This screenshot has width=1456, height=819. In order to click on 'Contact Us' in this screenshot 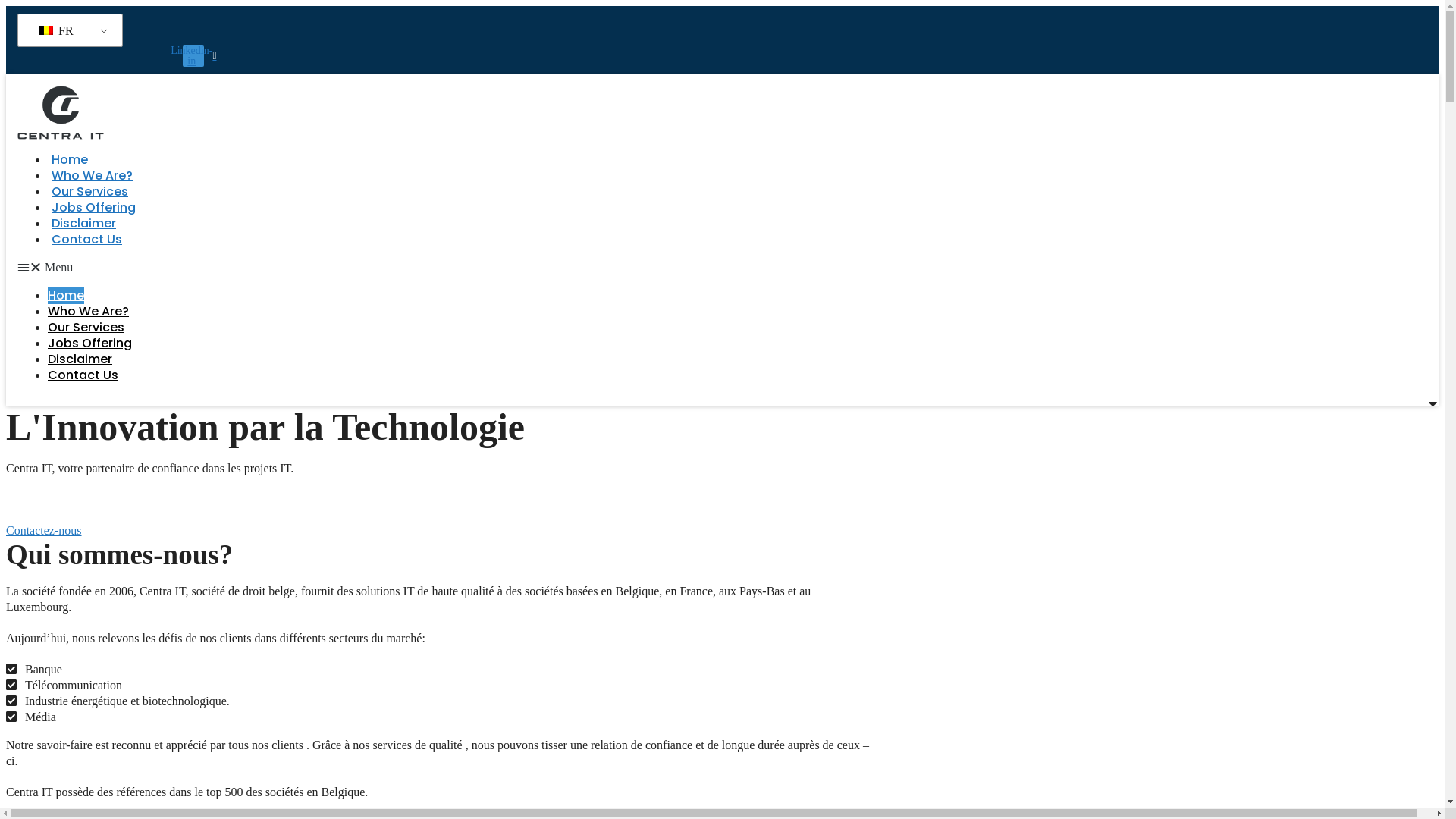, I will do `click(47, 375)`.